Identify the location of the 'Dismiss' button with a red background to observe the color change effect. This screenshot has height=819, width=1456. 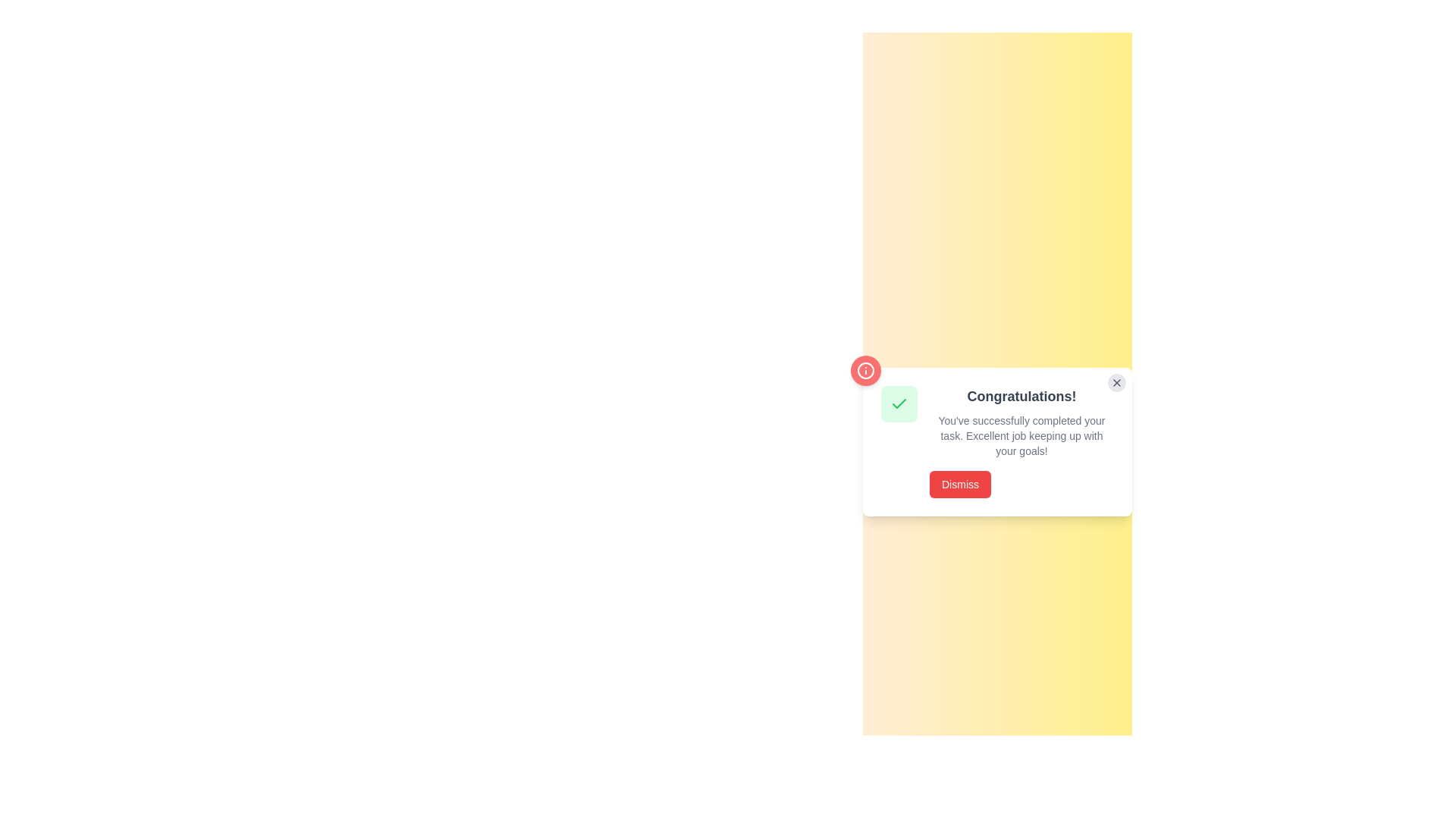
(959, 485).